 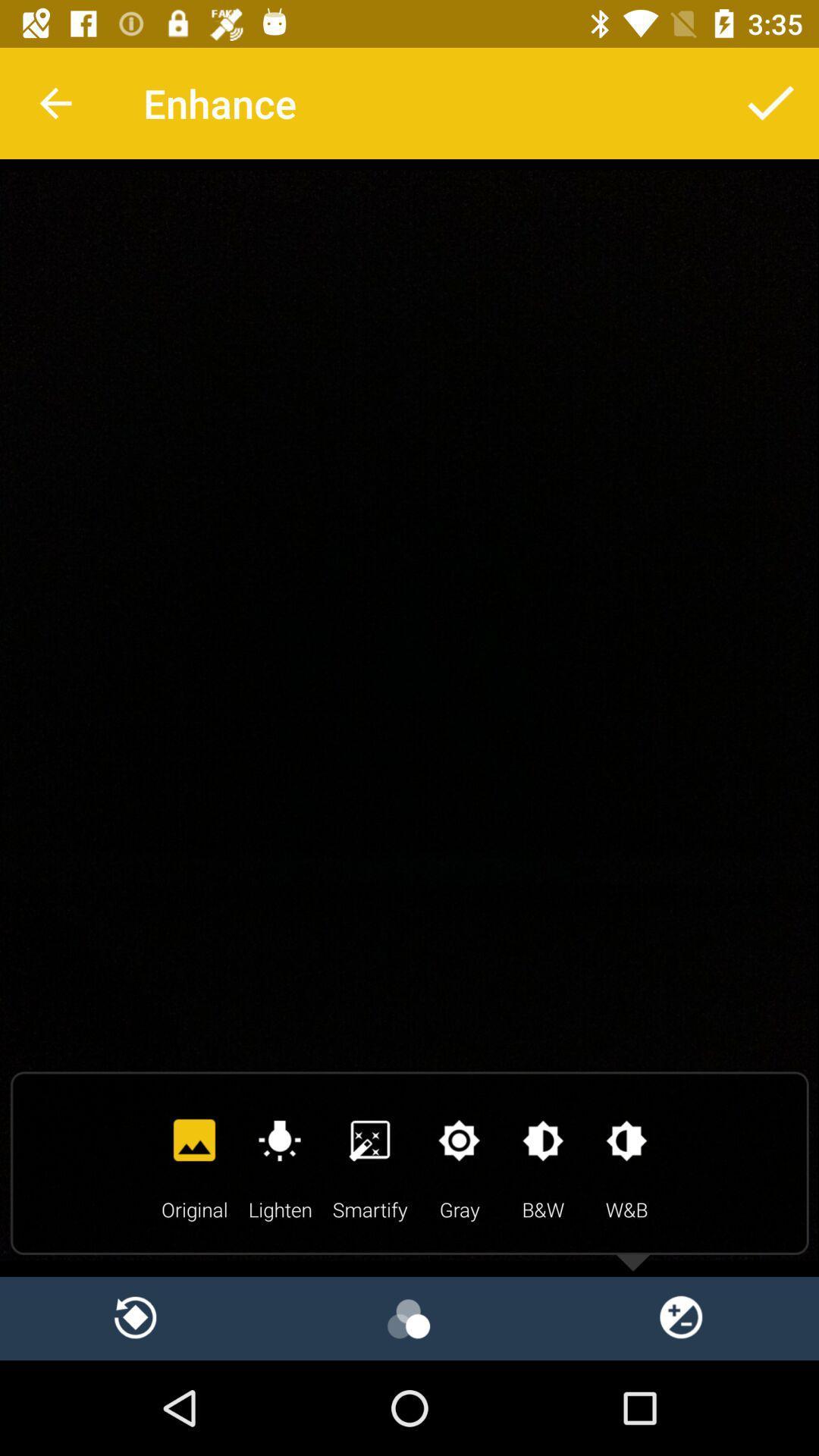 What do you see at coordinates (136, 1317) in the screenshot?
I see `reload` at bounding box center [136, 1317].